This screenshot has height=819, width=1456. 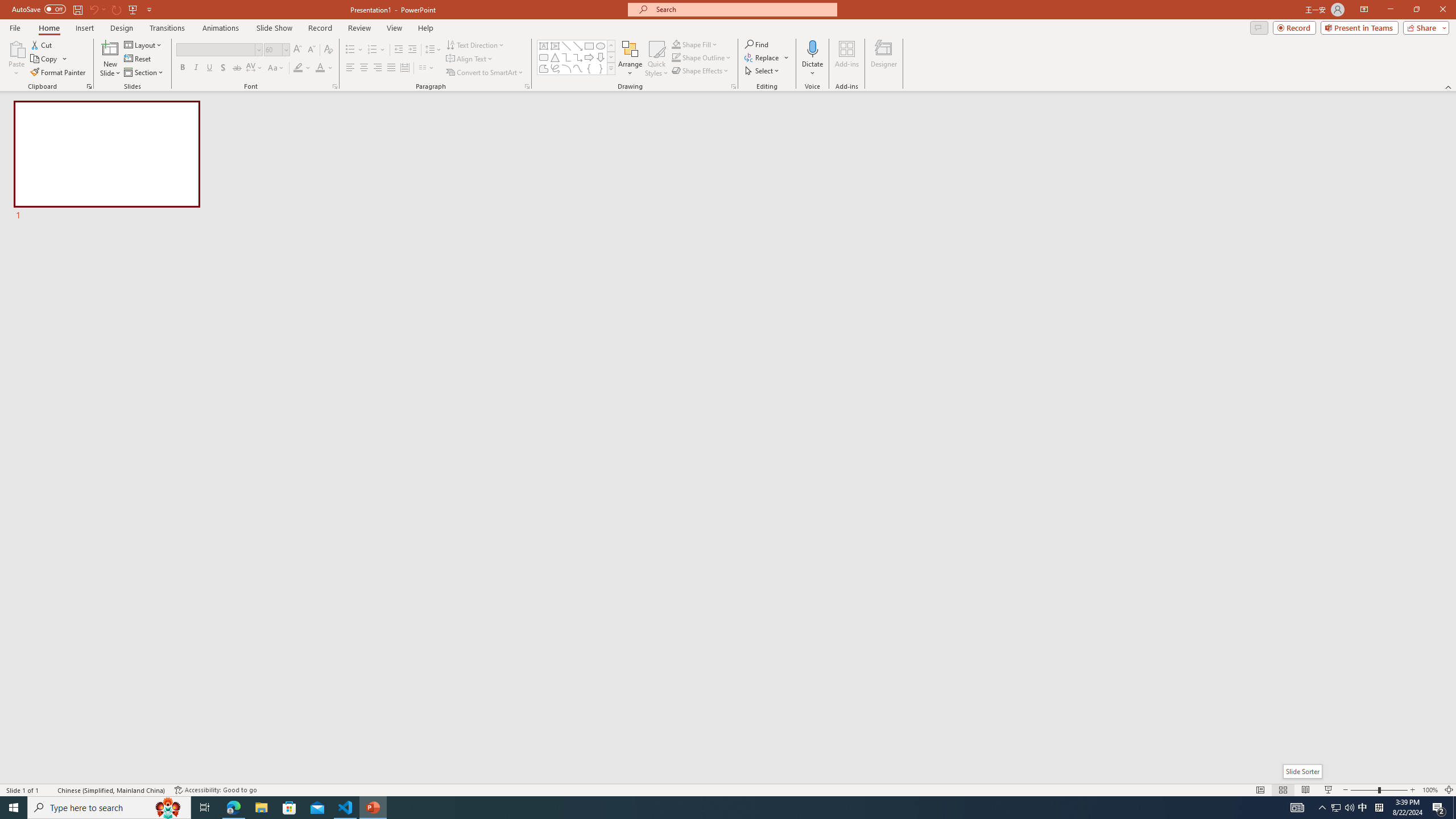 What do you see at coordinates (167, 28) in the screenshot?
I see `'Transitions'` at bounding box center [167, 28].